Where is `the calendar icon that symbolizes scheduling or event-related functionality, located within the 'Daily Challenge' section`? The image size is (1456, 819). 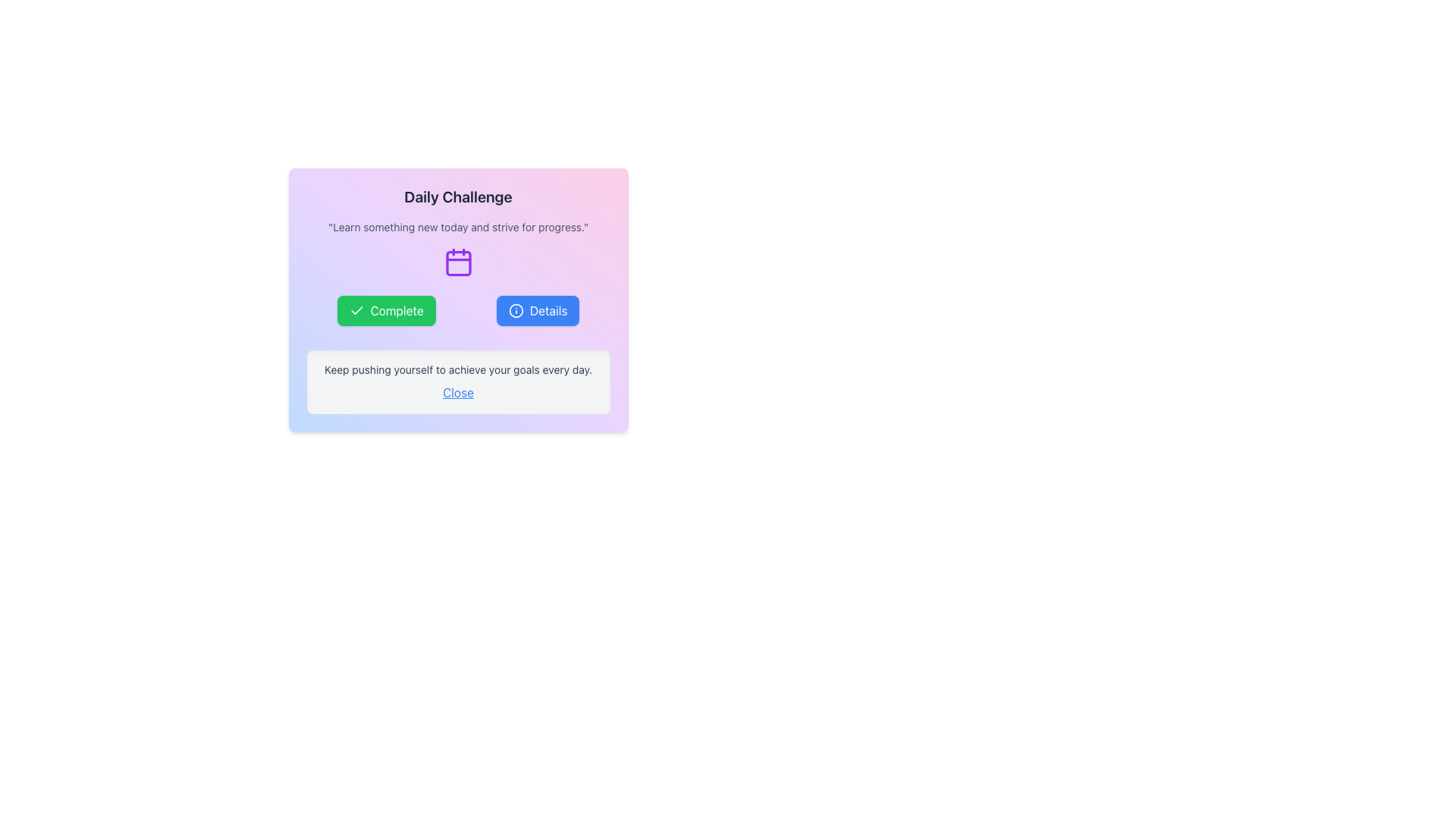 the calendar icon that symbolizes scheduling or event-related functionality, located within the 'Daily Challenge' section is located at coordinates (457, 262).